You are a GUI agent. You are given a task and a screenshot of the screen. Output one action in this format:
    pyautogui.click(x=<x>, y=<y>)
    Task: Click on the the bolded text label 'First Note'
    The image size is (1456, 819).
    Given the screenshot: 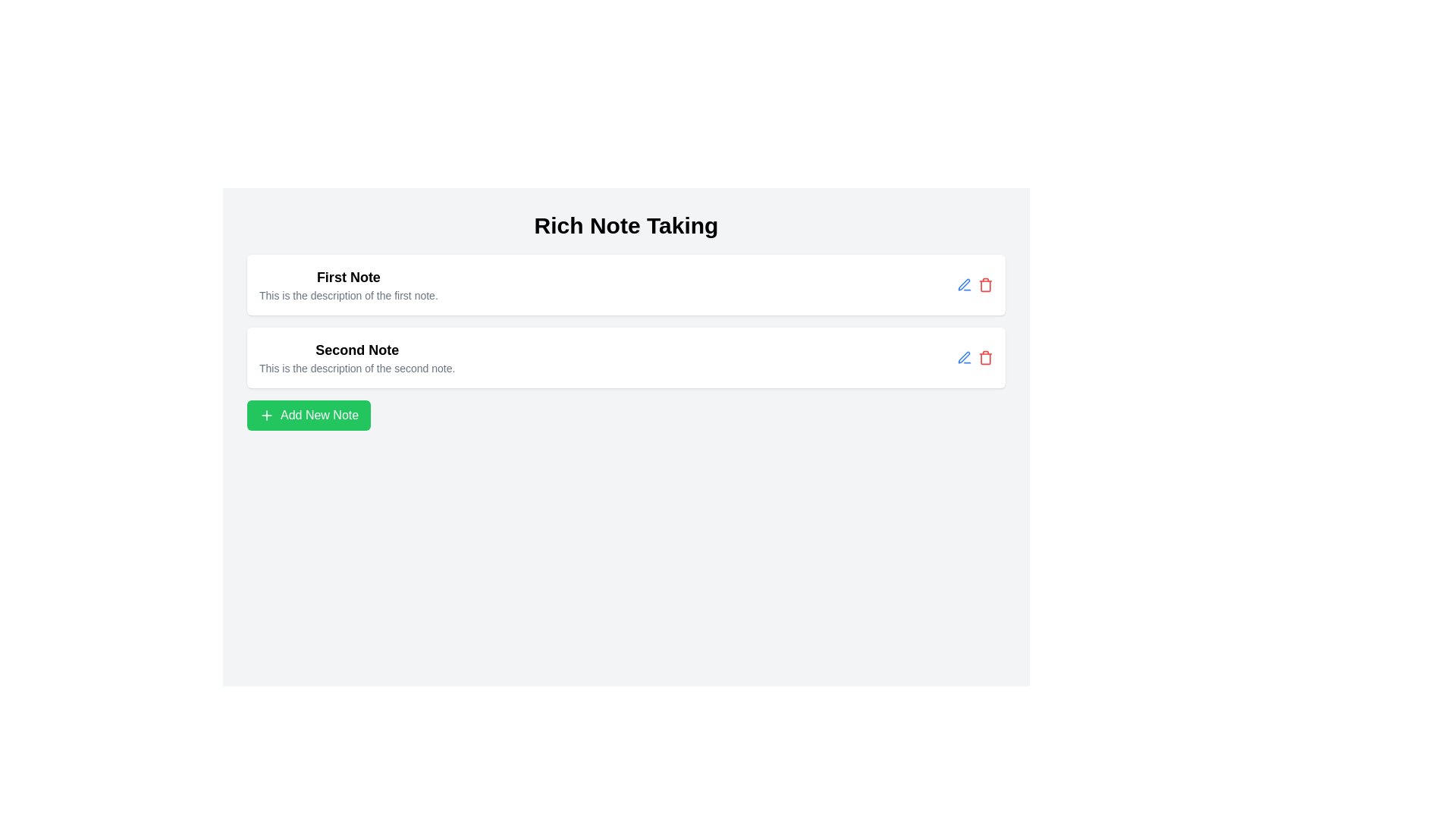 What is the action you would take?
    pyautogui.click(x=347, y=278)
    